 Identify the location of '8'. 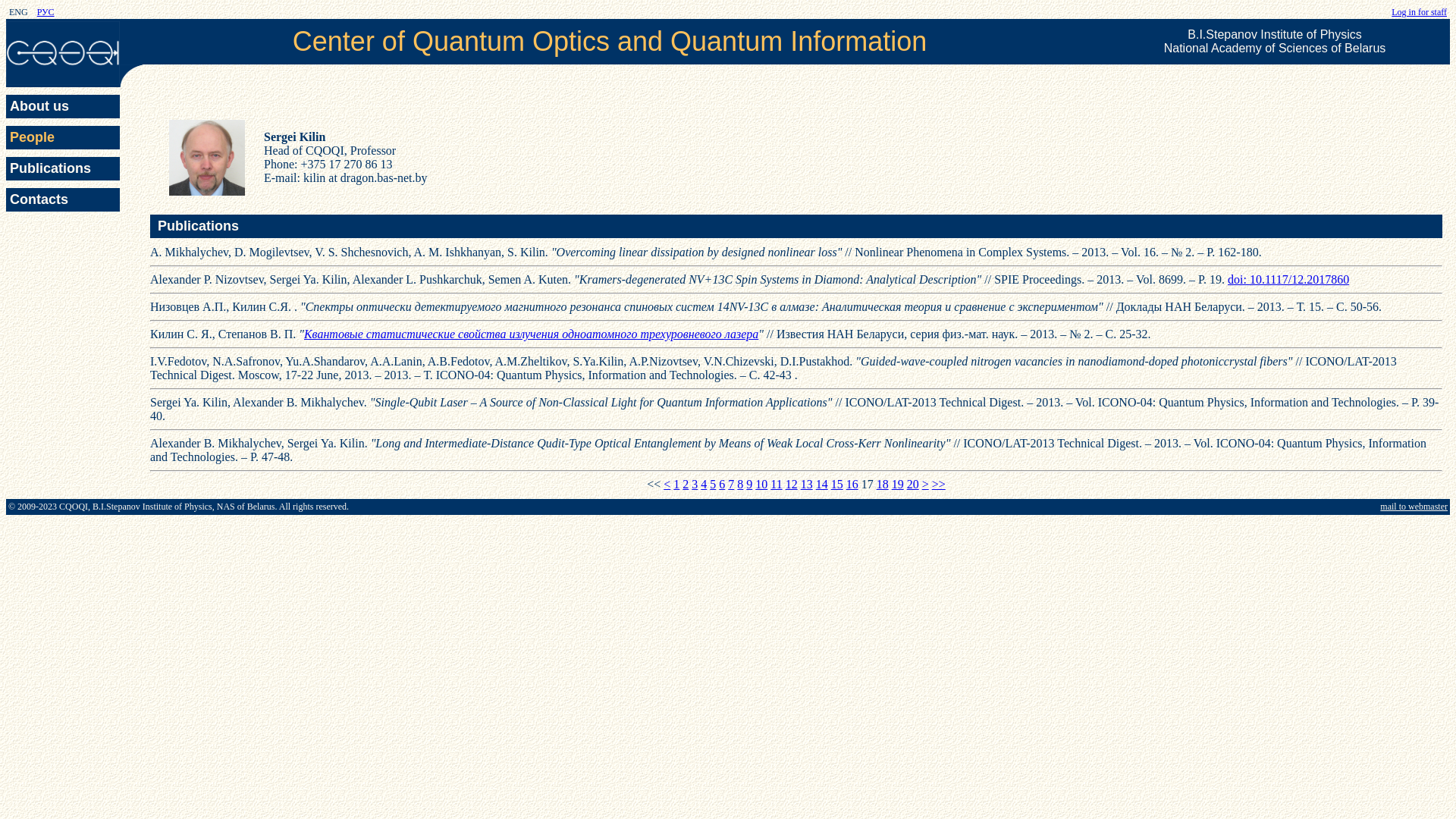
(736, 484).